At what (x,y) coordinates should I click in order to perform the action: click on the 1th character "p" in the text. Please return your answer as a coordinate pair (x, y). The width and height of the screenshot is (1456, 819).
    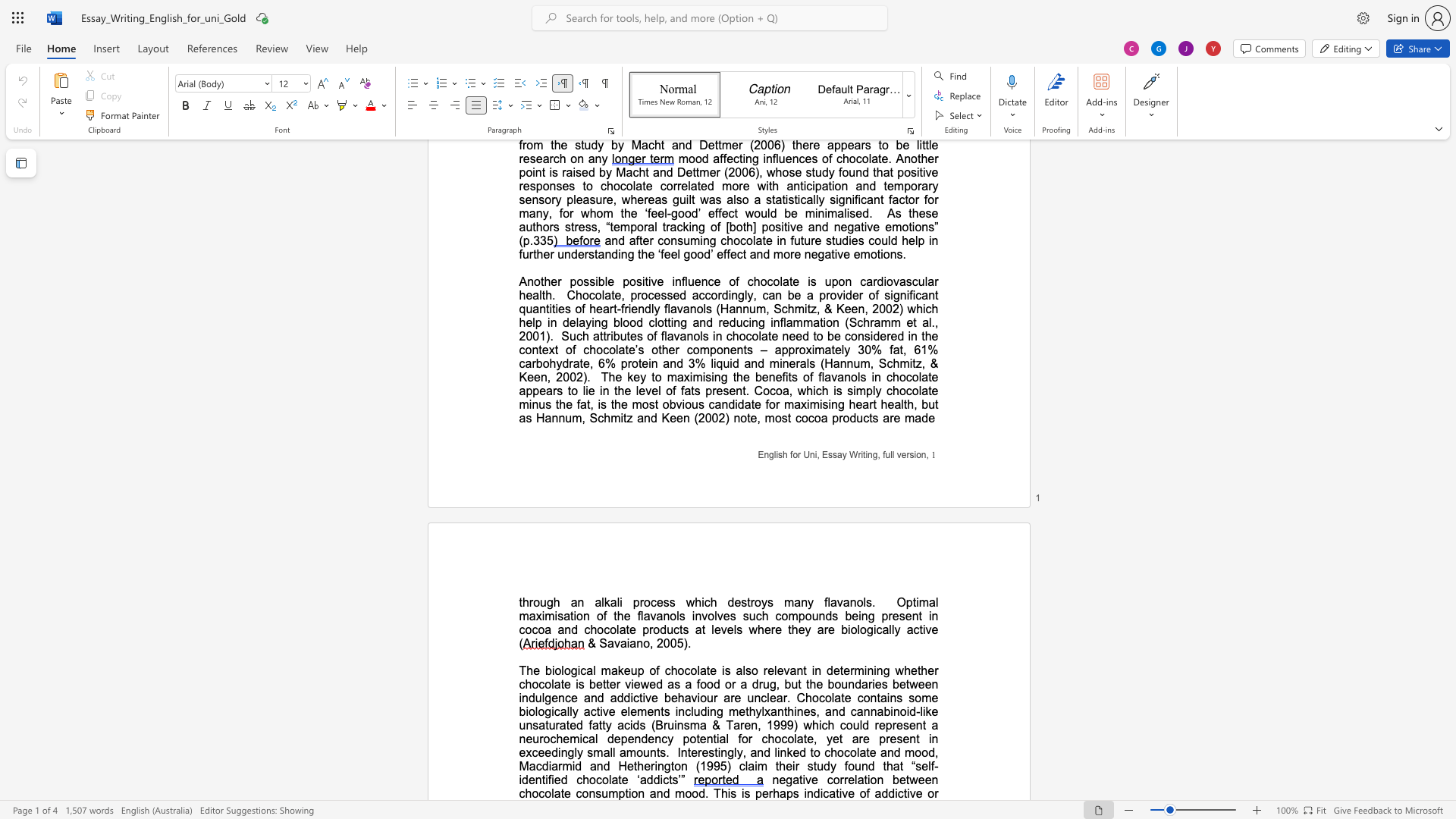
    Looking at the image, I should click on (758, 792).